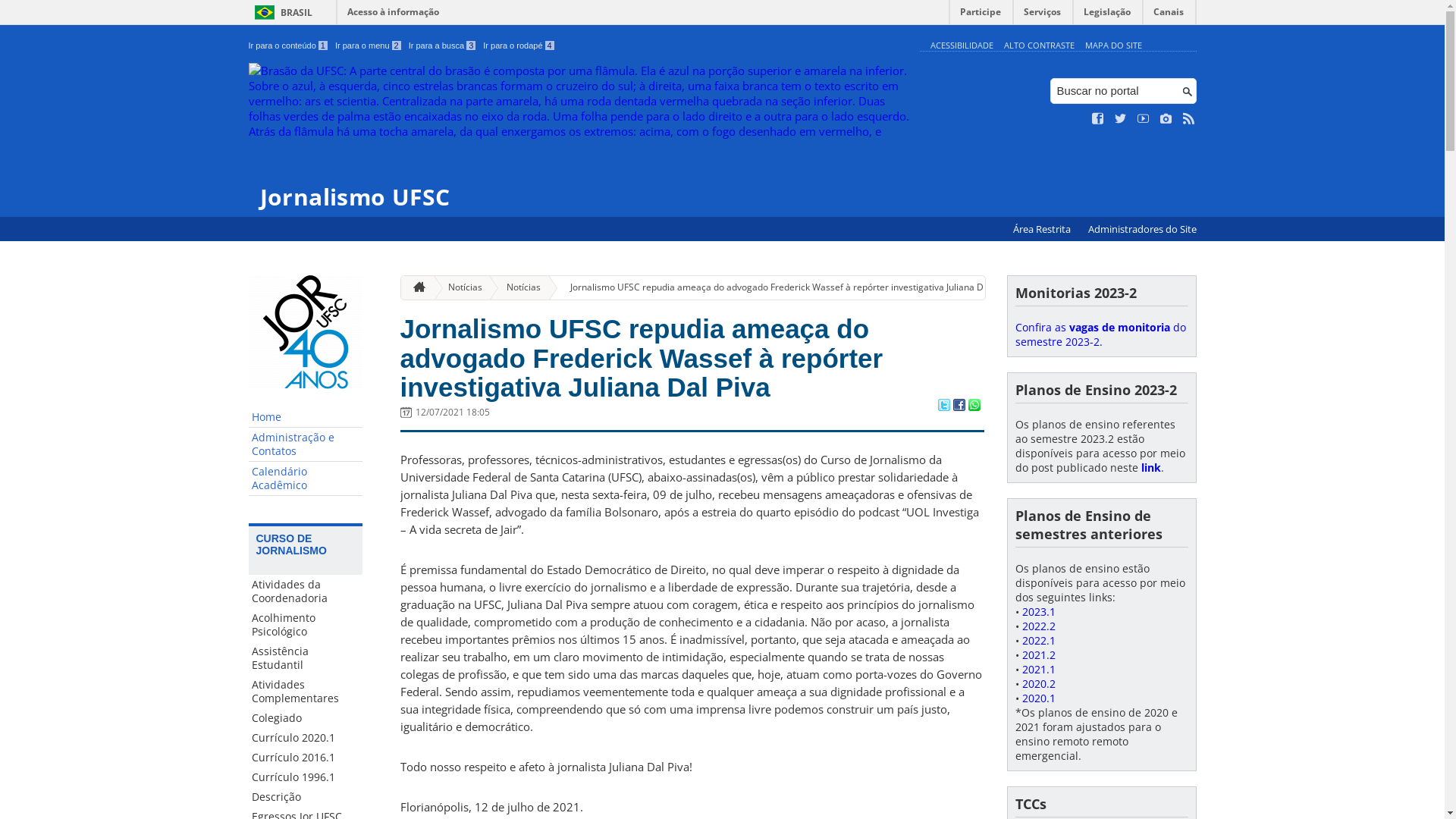  What do you see at coordinates (1112, 44) in the screenshot?
I see `'MAPA DO SITE'` at bounding box center [1112, 44].